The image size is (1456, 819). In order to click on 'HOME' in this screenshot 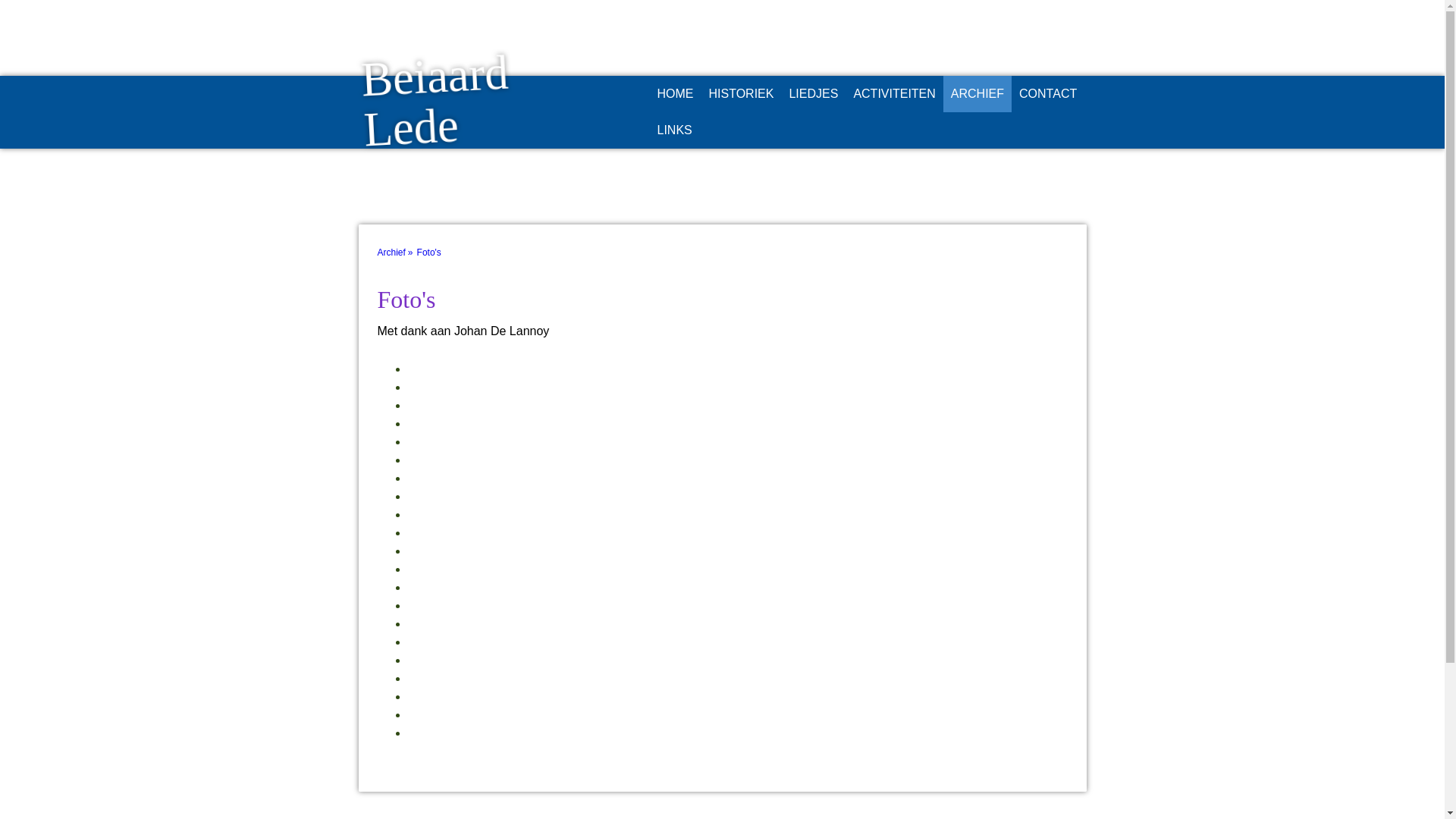, I will do `click(673, 93)`.